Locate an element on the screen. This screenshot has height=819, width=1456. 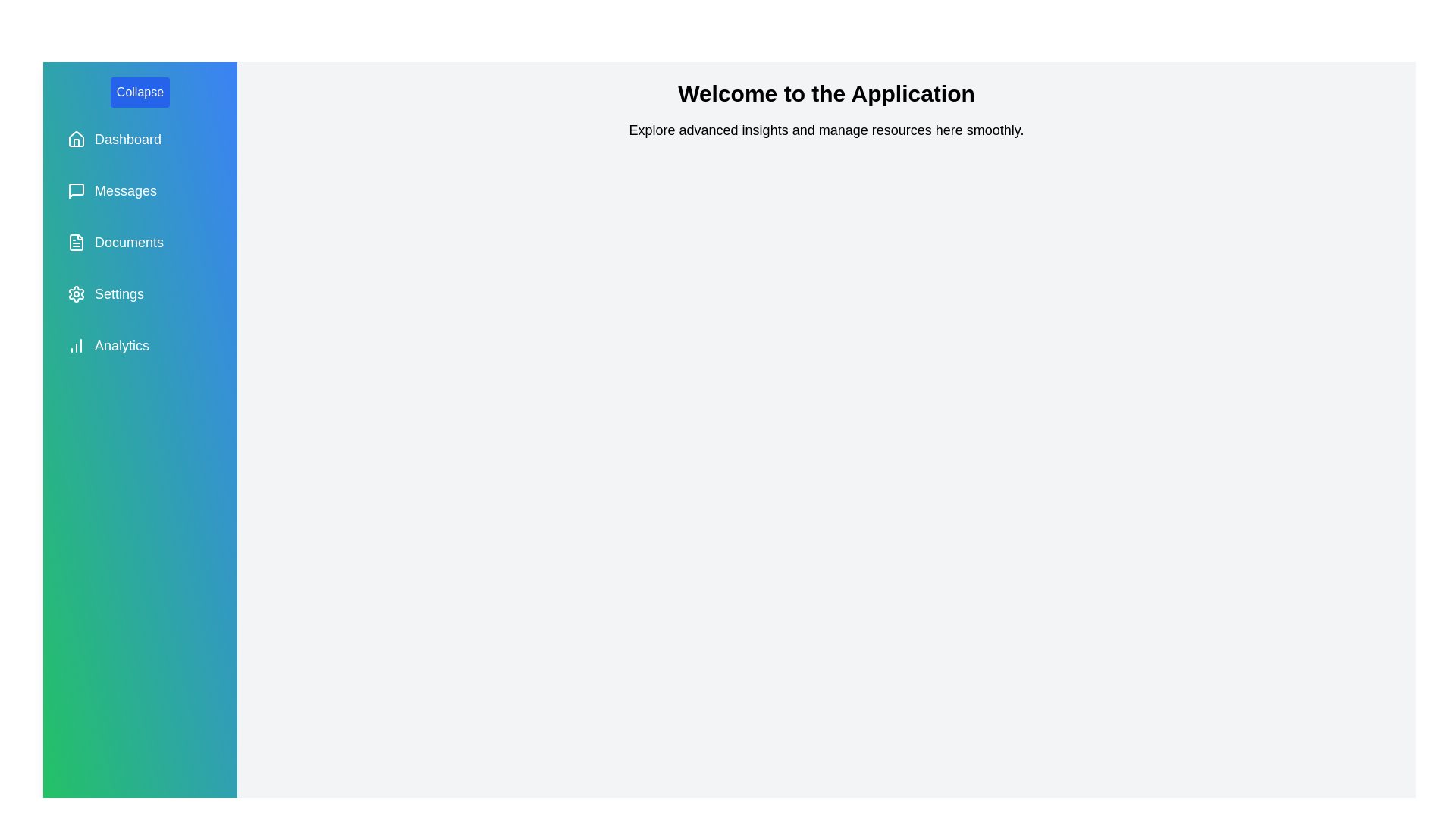
the navigation option Dashboard to navigate to the respective section is located at coordinates (140, 140).